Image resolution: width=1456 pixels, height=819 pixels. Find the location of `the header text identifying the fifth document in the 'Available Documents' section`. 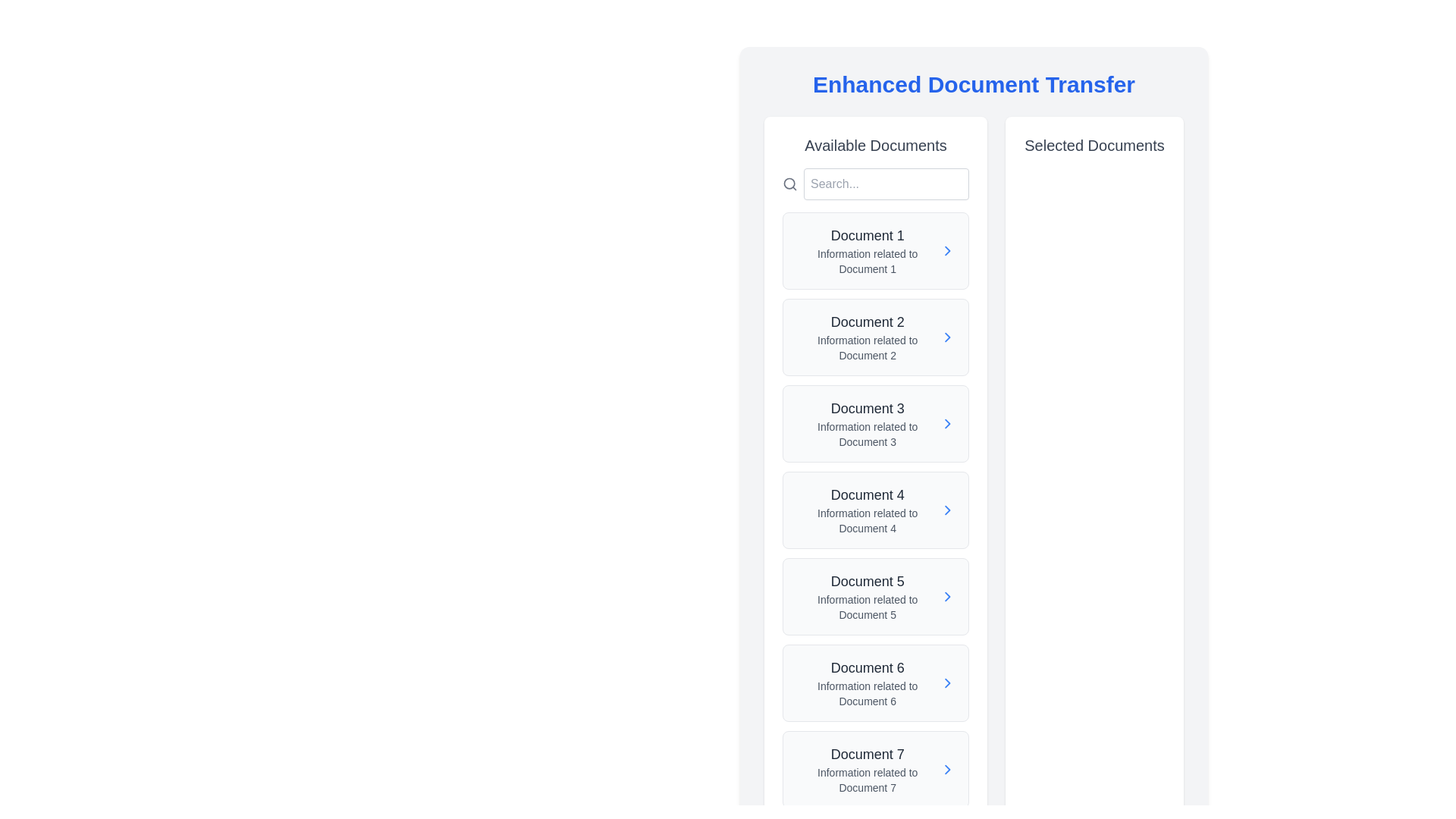

the header text identifying the fifth document in the 'Available Documents' section is located at coordinates (868, 581).